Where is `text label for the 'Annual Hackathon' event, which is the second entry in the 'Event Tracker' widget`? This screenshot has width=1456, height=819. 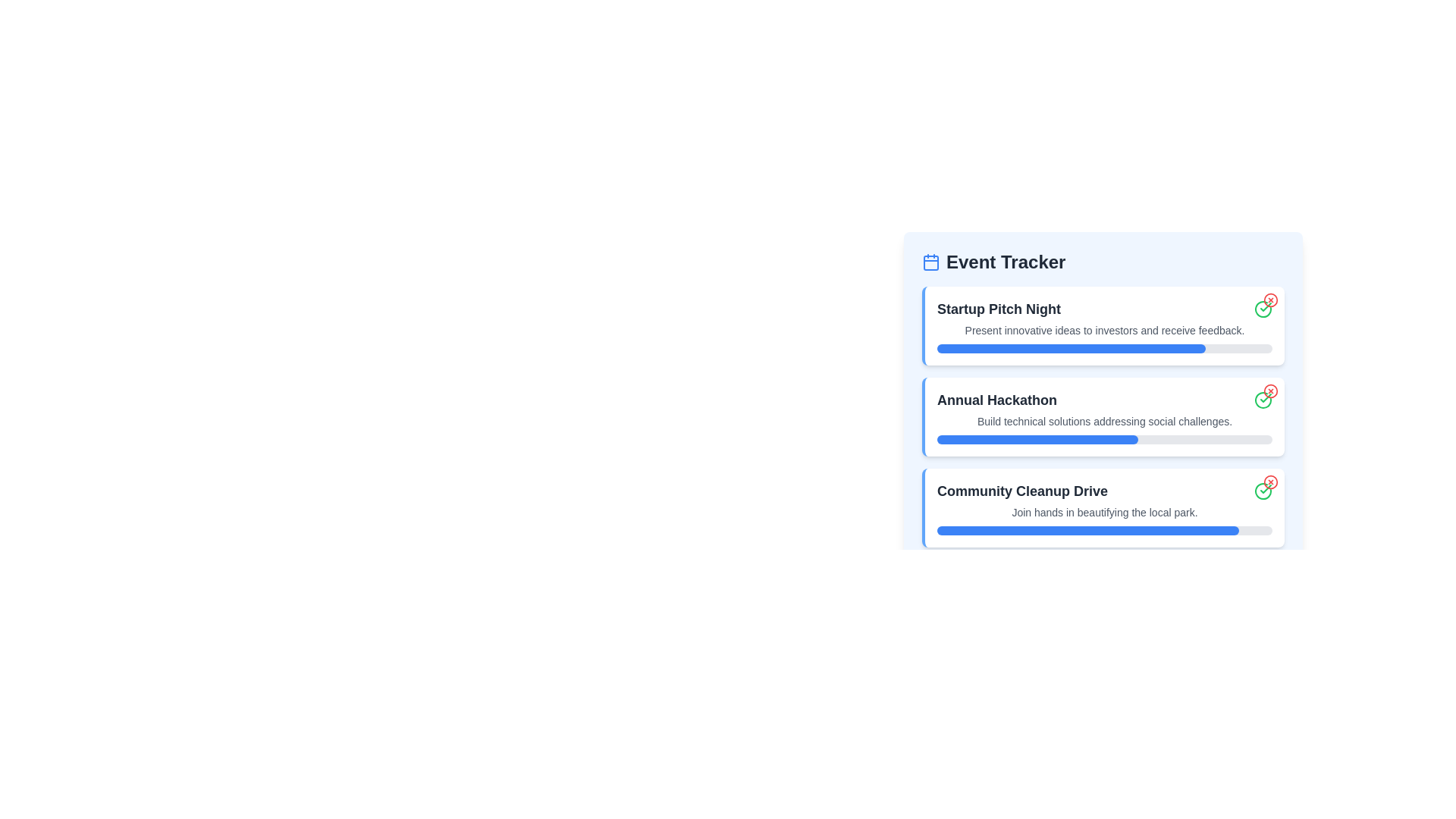 text label for the 'Annual Hackathon' event, which is the second entry in the 'Event Tracker' widget is located at coordinates (997, 400).